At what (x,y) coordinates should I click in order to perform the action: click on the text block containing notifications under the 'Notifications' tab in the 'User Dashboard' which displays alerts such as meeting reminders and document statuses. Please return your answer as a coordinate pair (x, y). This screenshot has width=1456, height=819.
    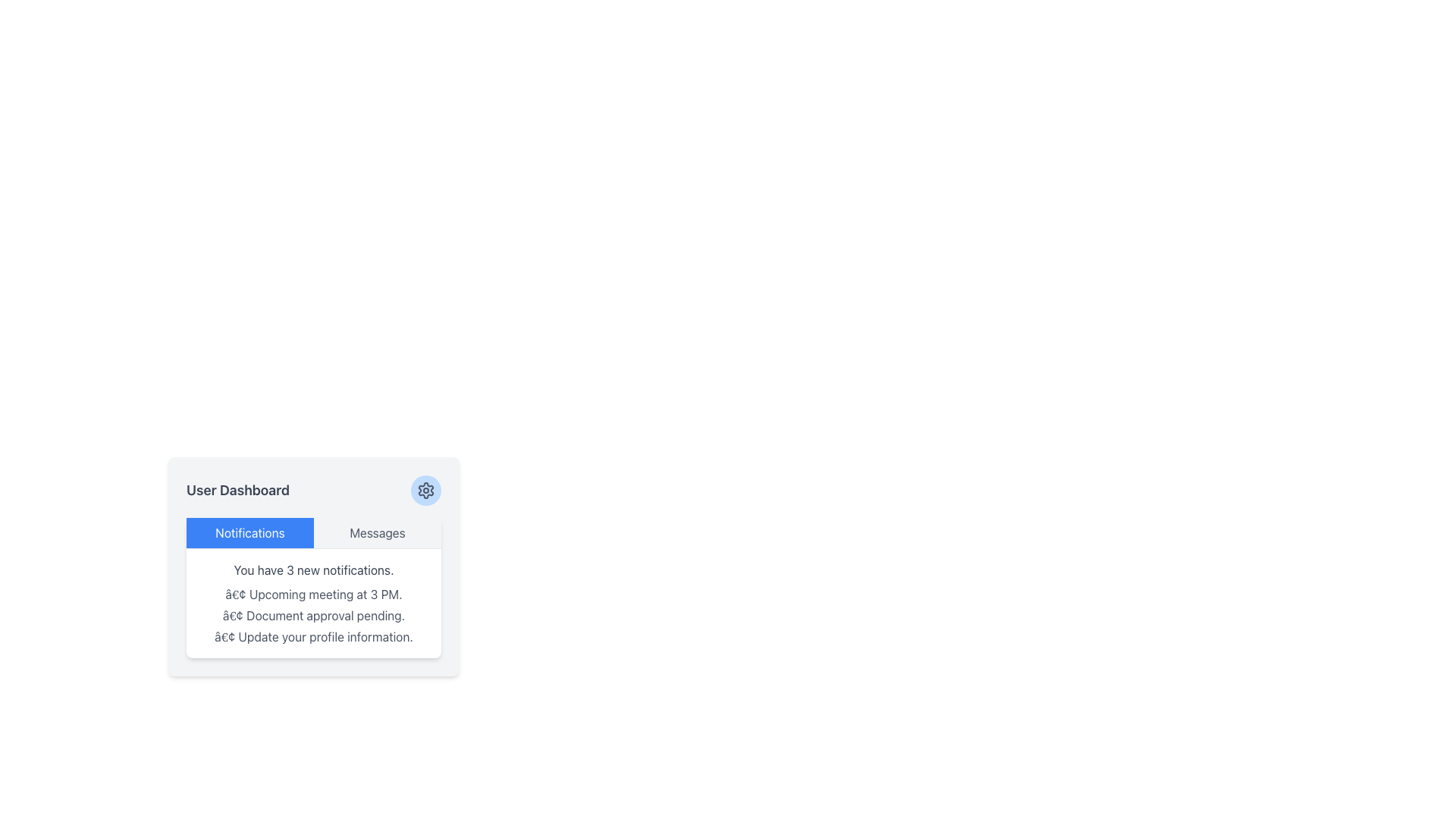
    Looking at the image, I should click on (312, 602).